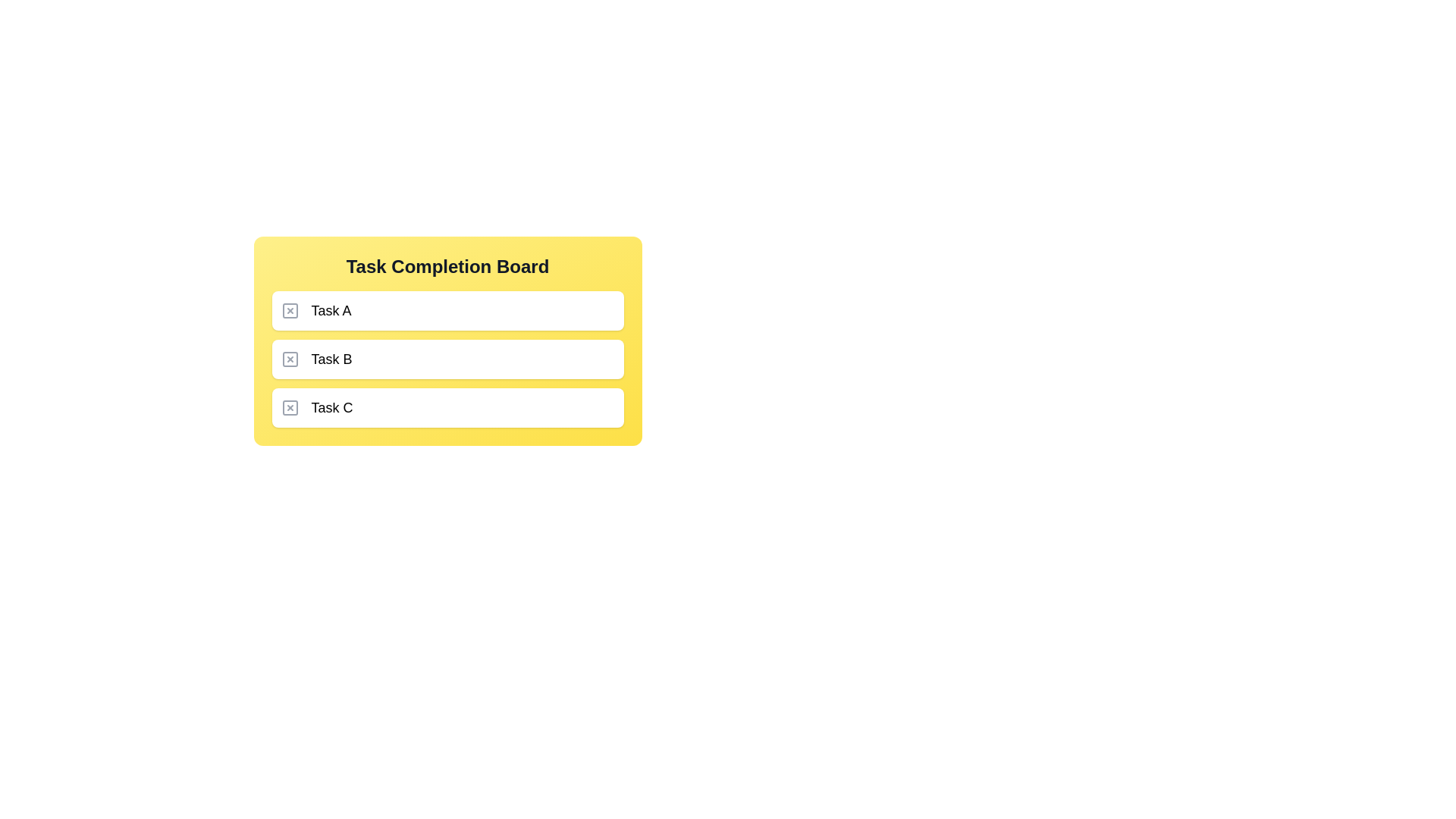  Describe the element at coordinates (290, 406) in the screenshot. I see `the small square icon with a centered 'X' inside it, which is the leftmost button in the row labeled 'Task C'` at that location.